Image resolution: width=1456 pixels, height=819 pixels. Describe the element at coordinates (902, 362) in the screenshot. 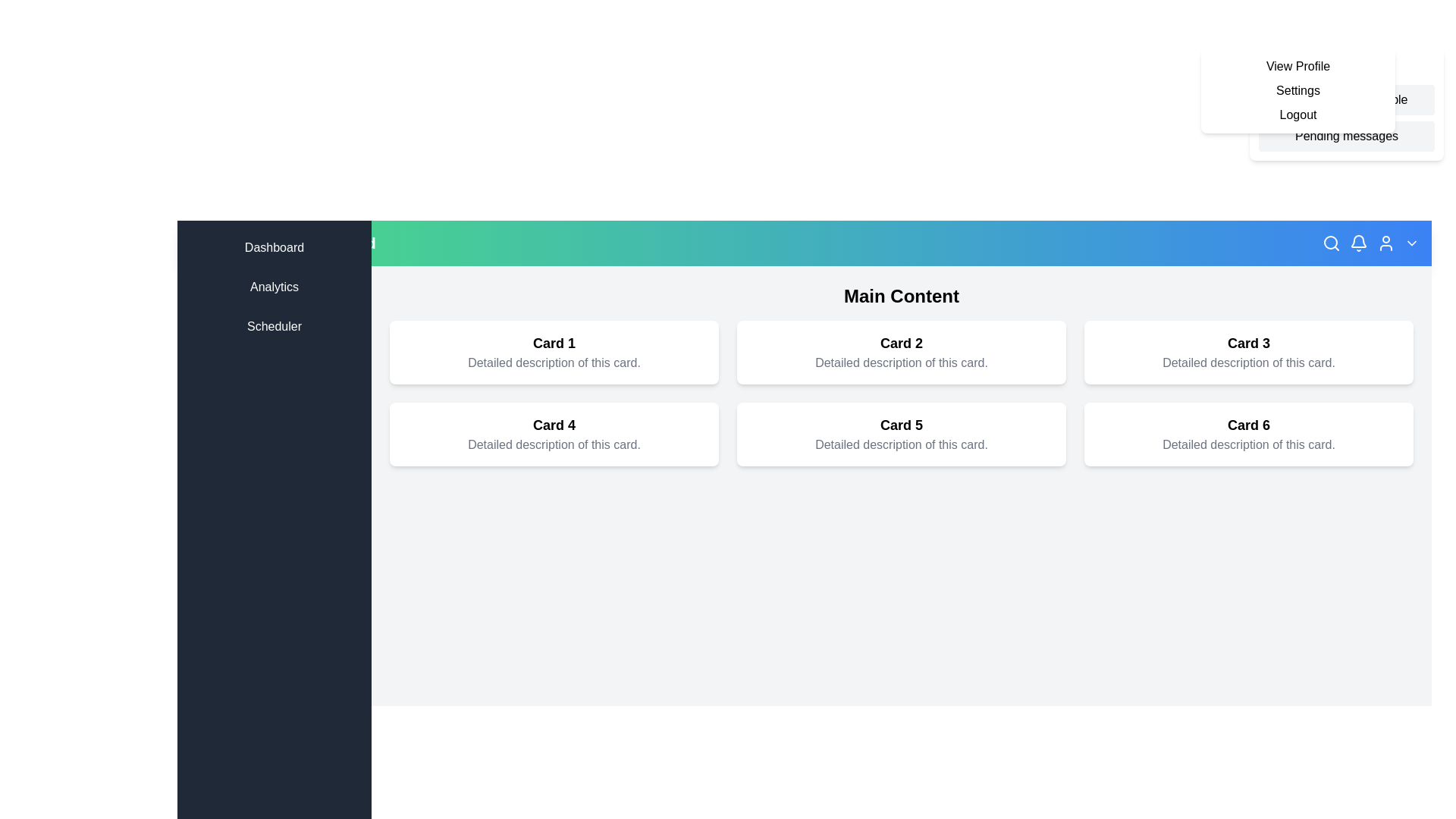

I see `the text label displaying 'Detailed description of this card.' which is located within 'Card 2', positioned directly below the title text in a card layout` at that location.